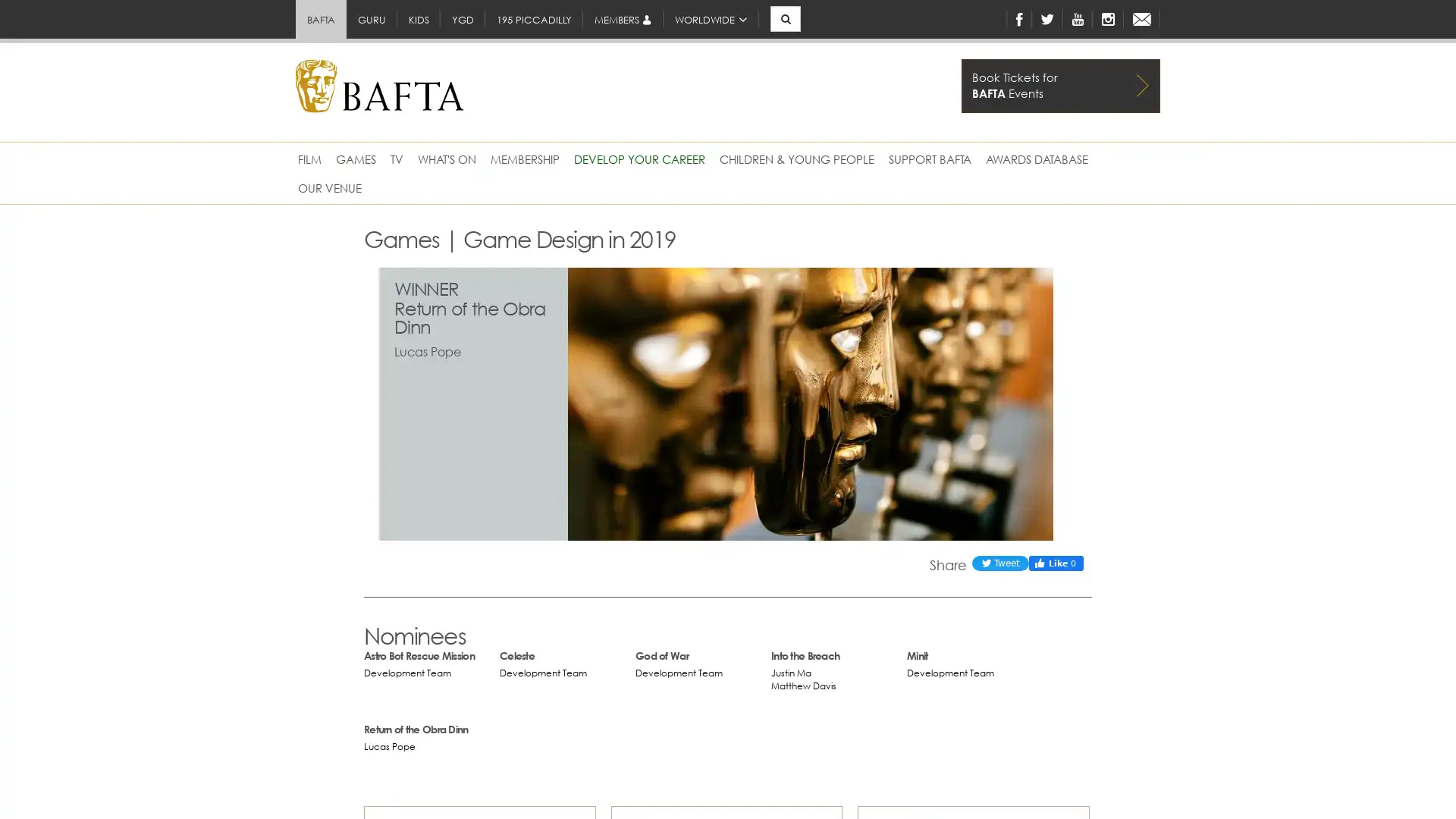 The width and height of the screenshot is (1456, 819). I want to click on Search, so click(769, 36).